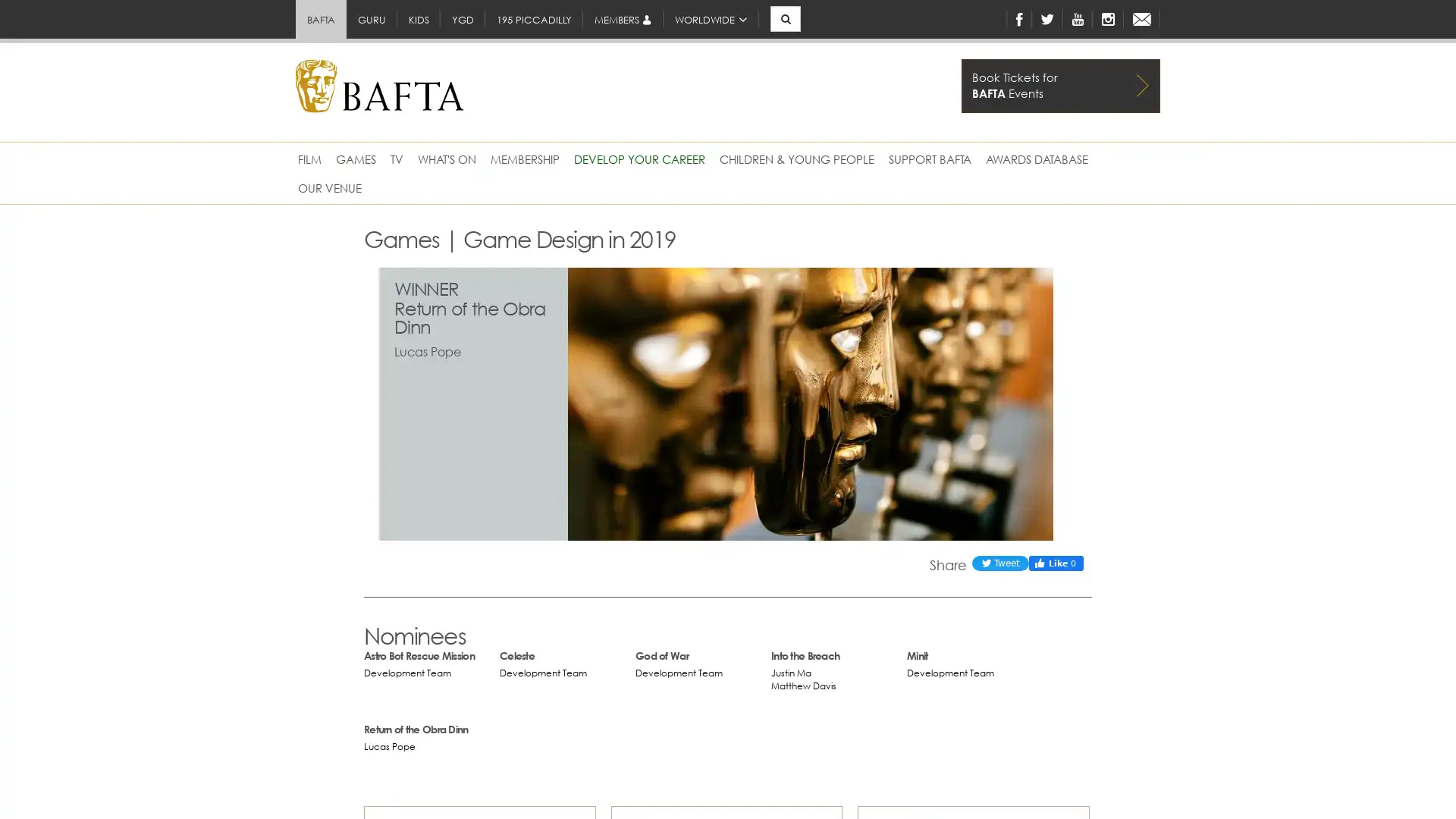 The width and height of the screenshot is (1456, 819). I want to click on Search, so click(769, 36).